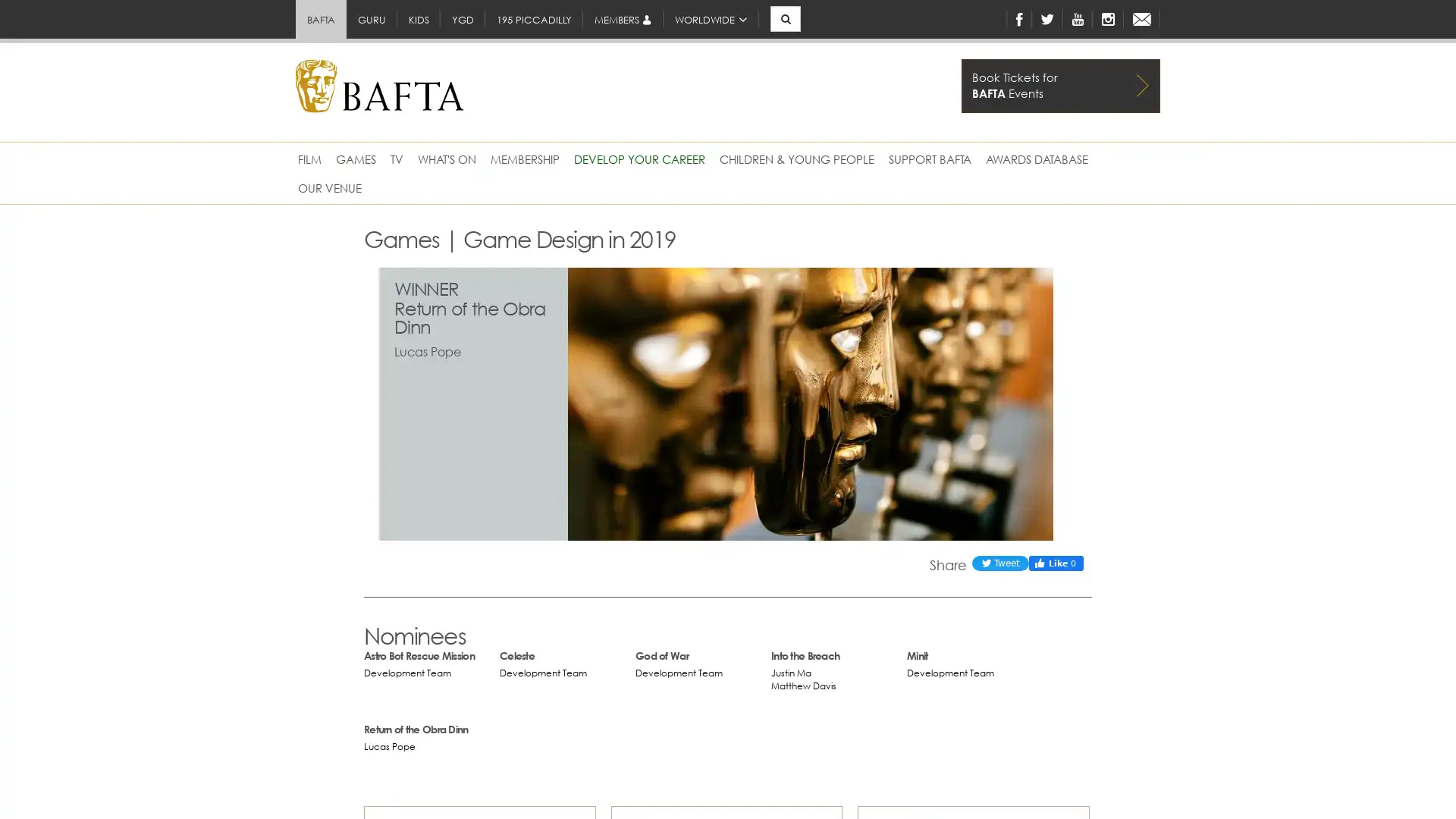 The width and height of the screenshot is (1456, 819). I want to click on Search, so click(769, 36).